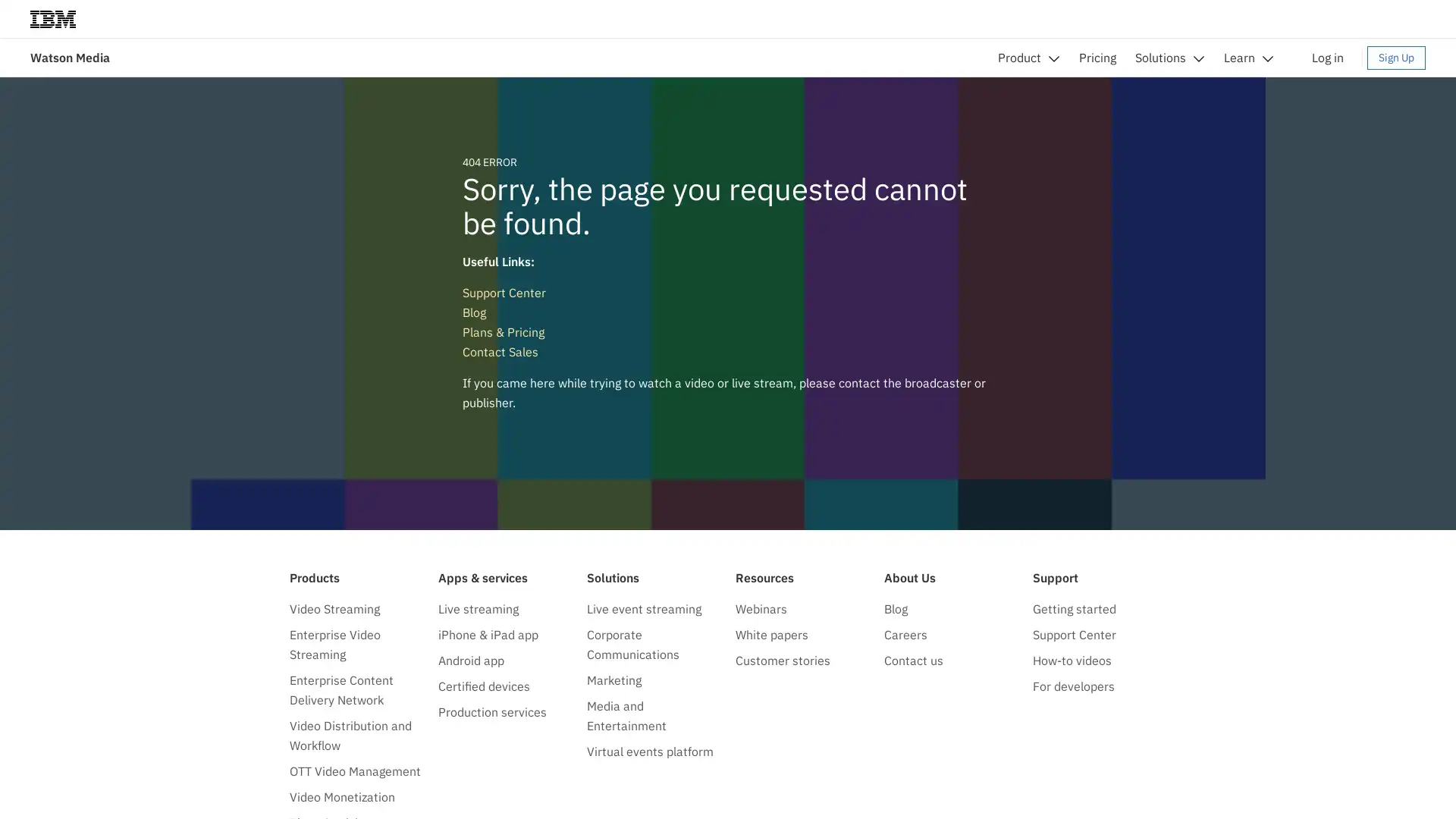 This screenshot has height=819, width=1456. Describe the element at coordinates (1333, 769) in the screenshot. I see `Do not sell my personal information` at that location.